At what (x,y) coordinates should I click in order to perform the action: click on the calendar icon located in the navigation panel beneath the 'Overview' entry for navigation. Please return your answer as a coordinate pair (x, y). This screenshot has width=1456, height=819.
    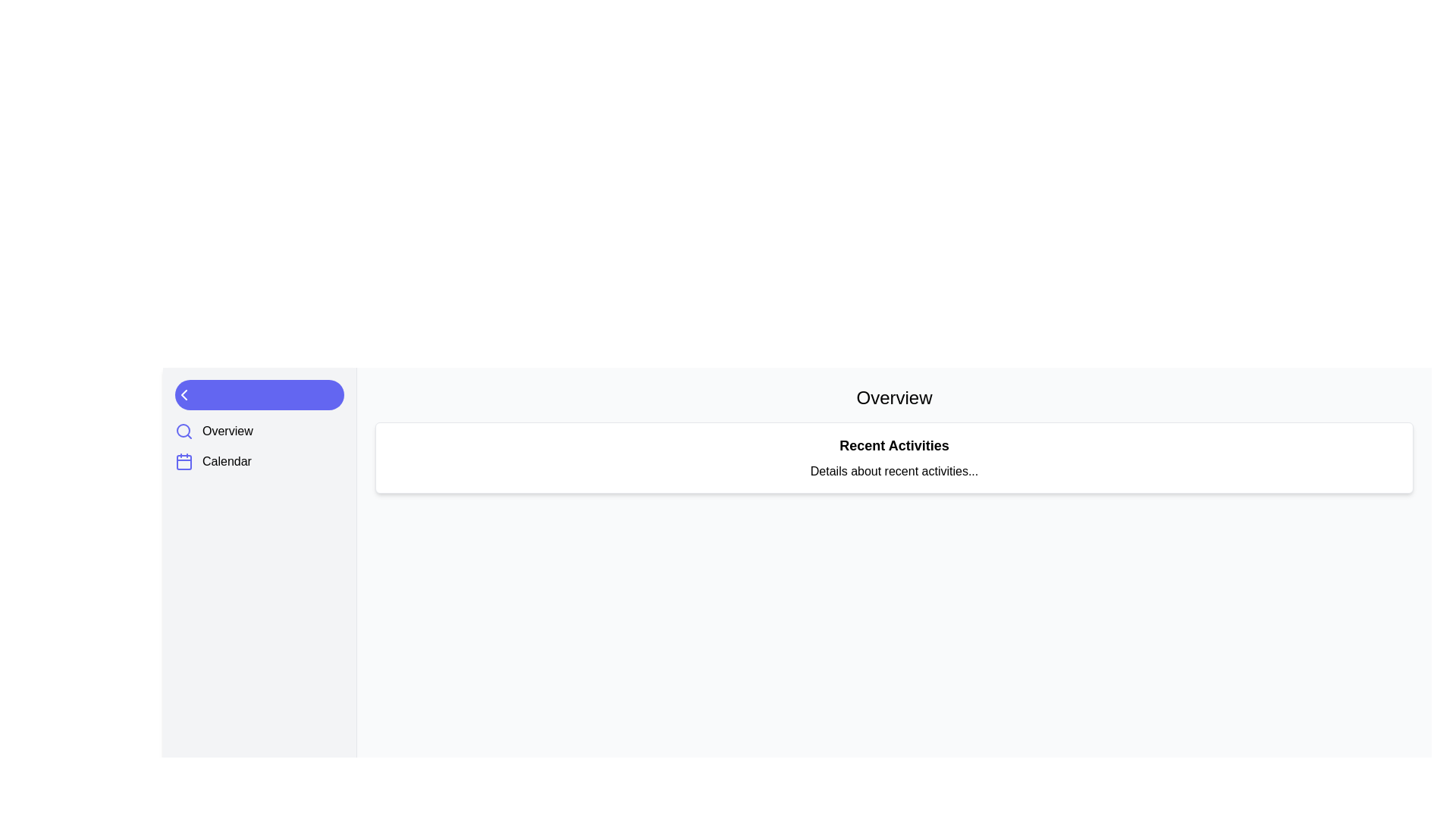
    Looking at the image, I should click on (184, 461).